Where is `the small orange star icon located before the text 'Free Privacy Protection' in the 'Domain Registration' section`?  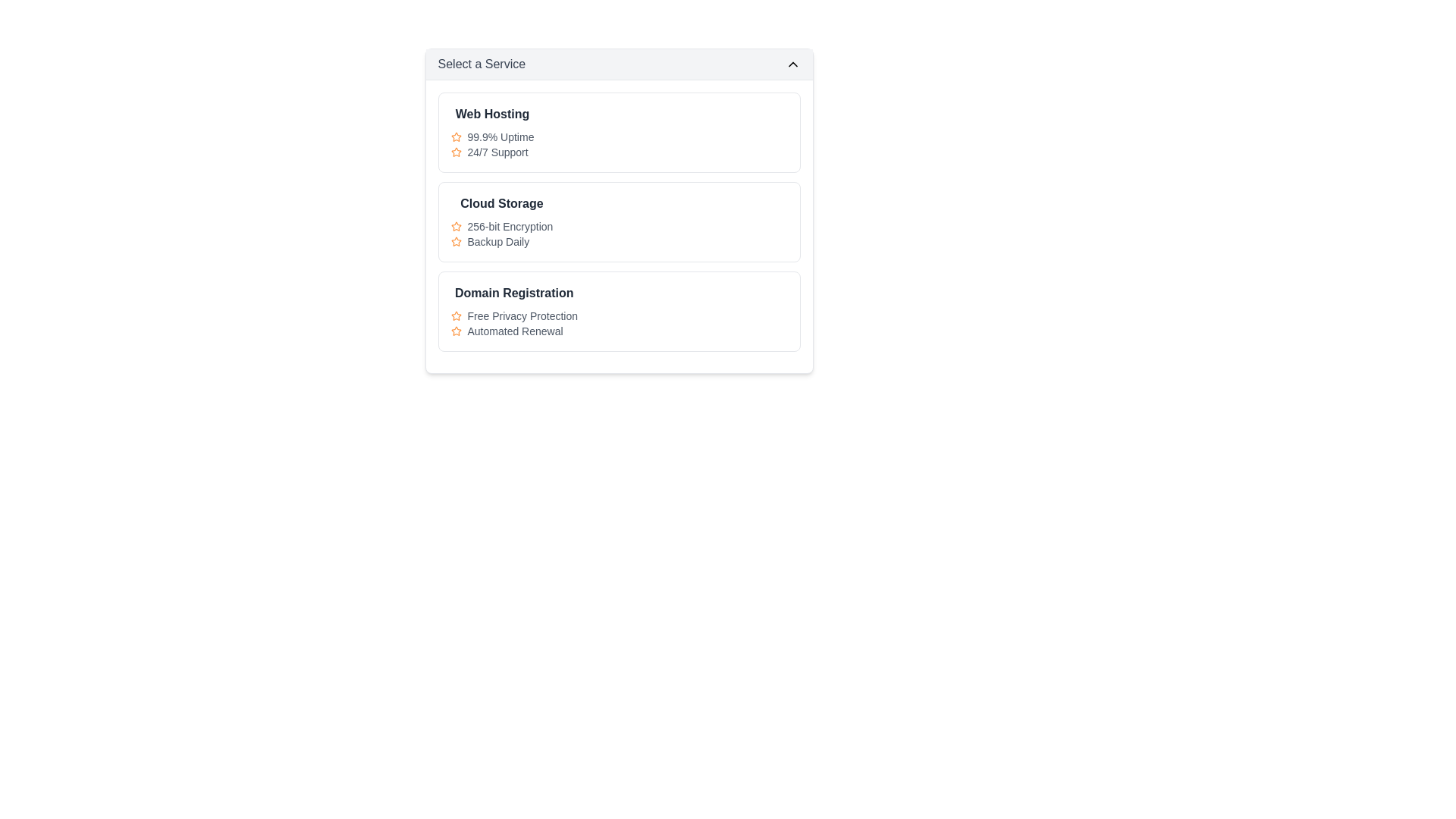 the small orange star icon located before the text 'Free Privacy Protection' in the 'Domain Registration' section is located at coordinates (455, 315).